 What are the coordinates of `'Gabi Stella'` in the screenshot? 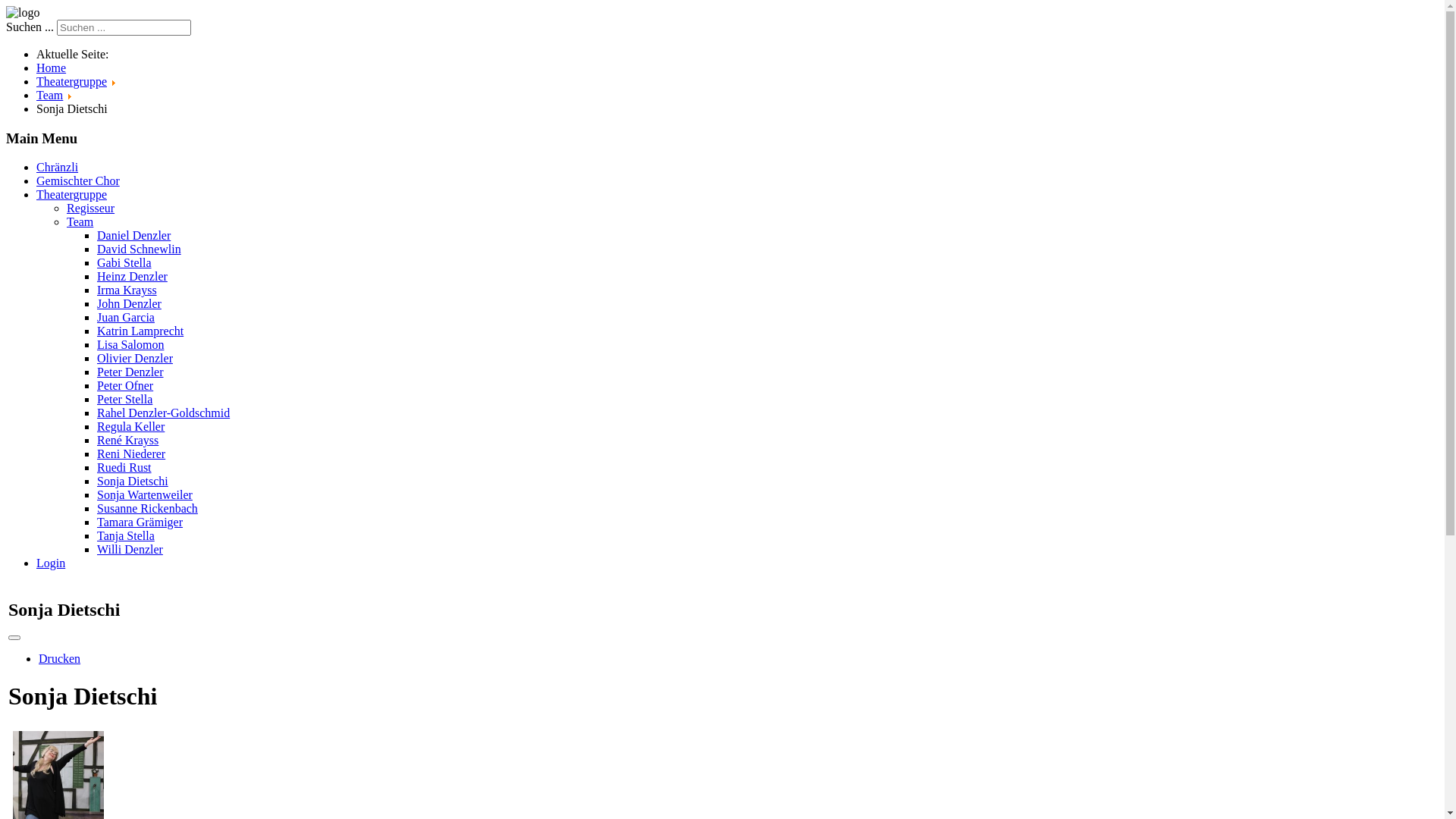 It's located at (124, 262).